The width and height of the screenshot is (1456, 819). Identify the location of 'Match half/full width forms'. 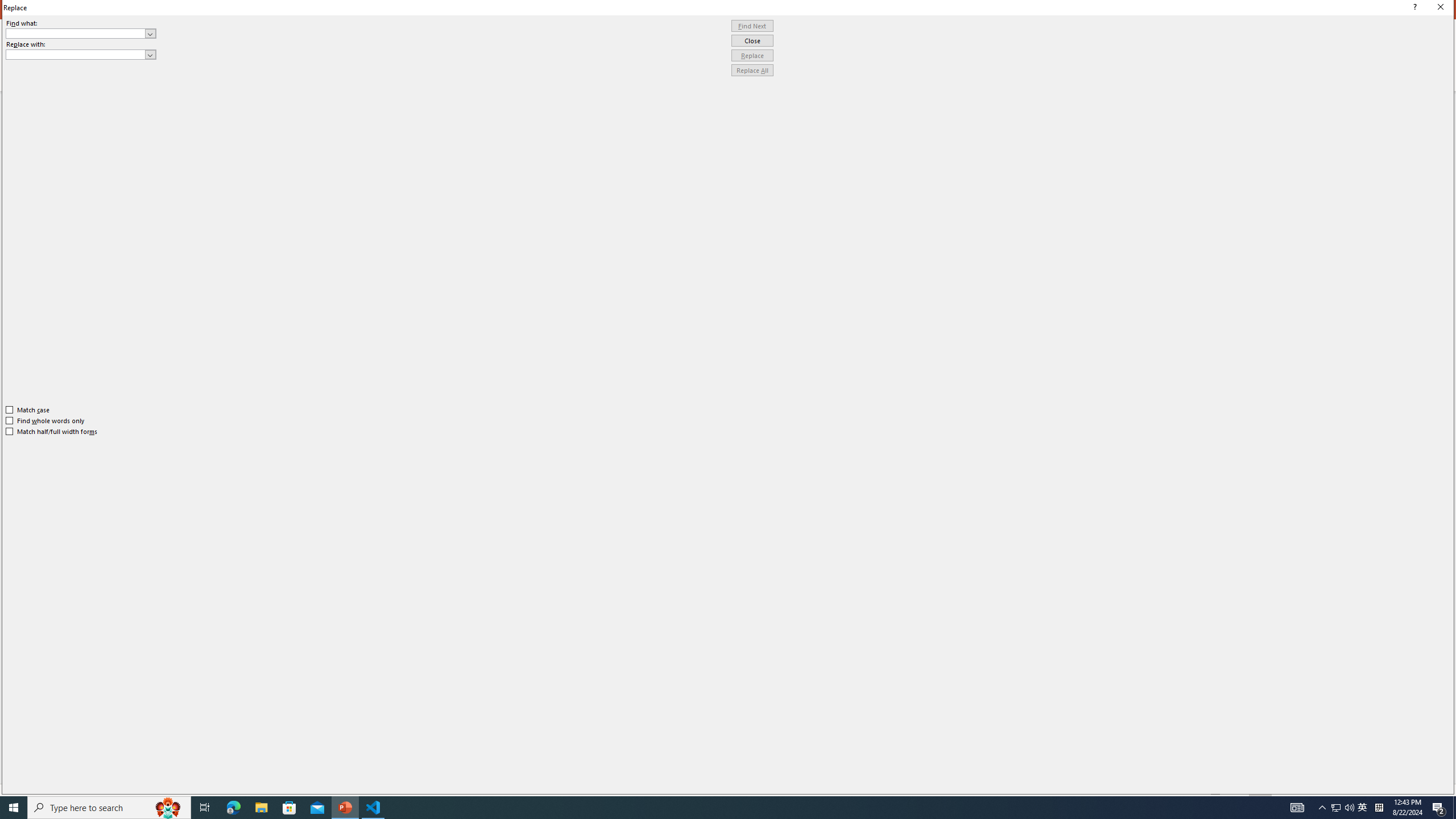
(52, 431).